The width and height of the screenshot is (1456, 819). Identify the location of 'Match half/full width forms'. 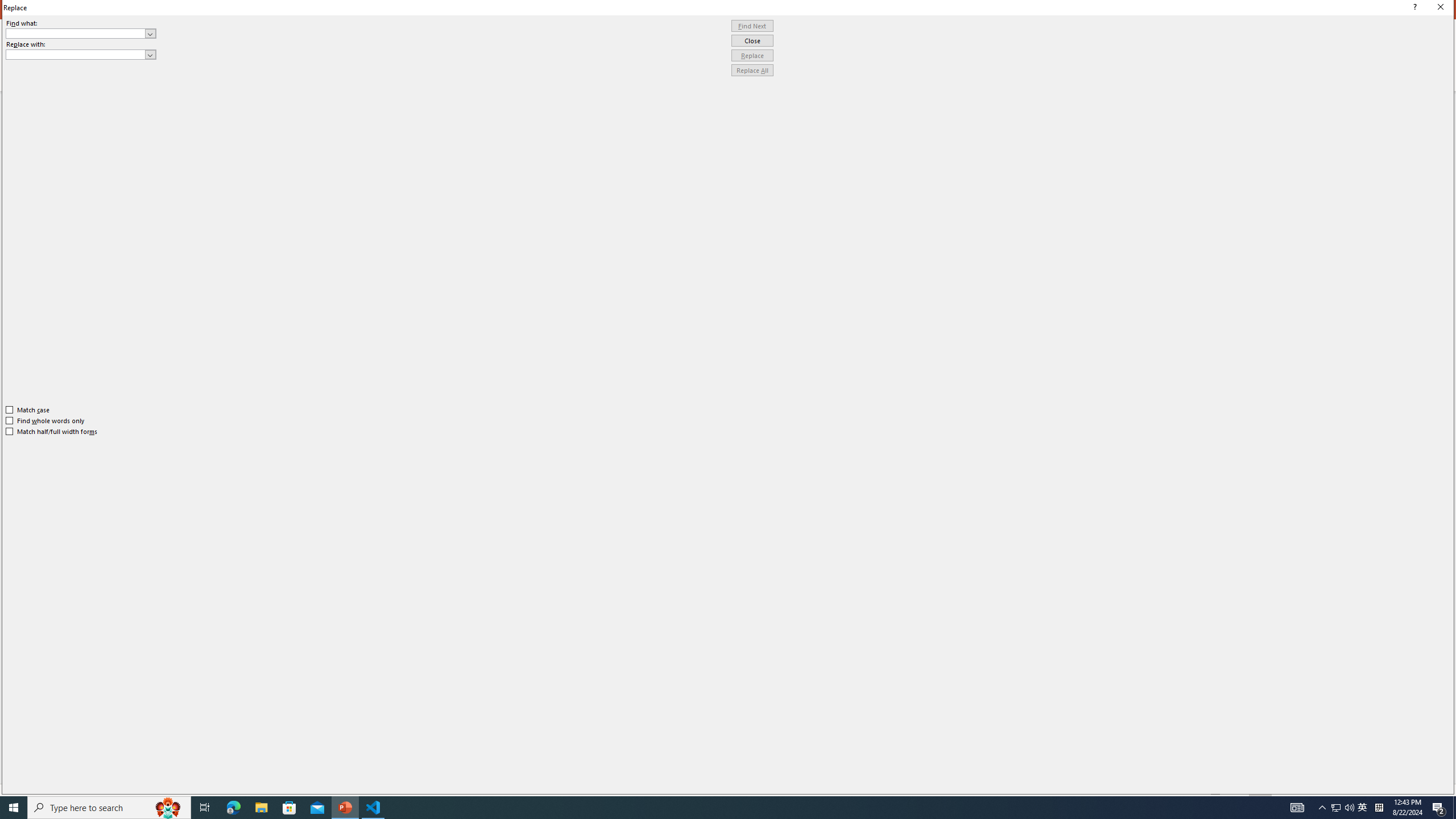
(52, 431).